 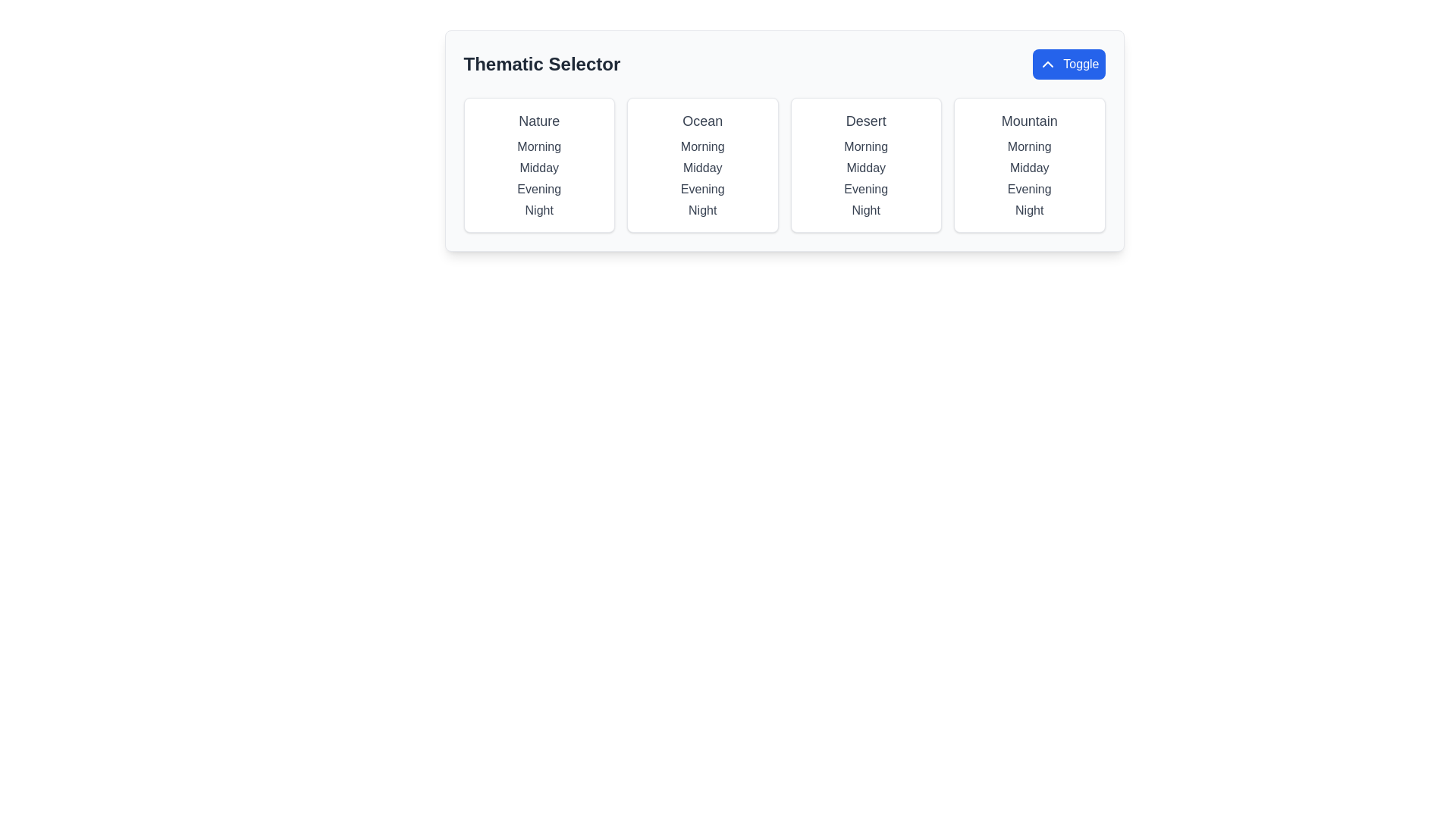 I want to click on the 'Night' label, which is the last item in the vertical group of labels within the 'Mountain' card, so click(x=1029, y=210).